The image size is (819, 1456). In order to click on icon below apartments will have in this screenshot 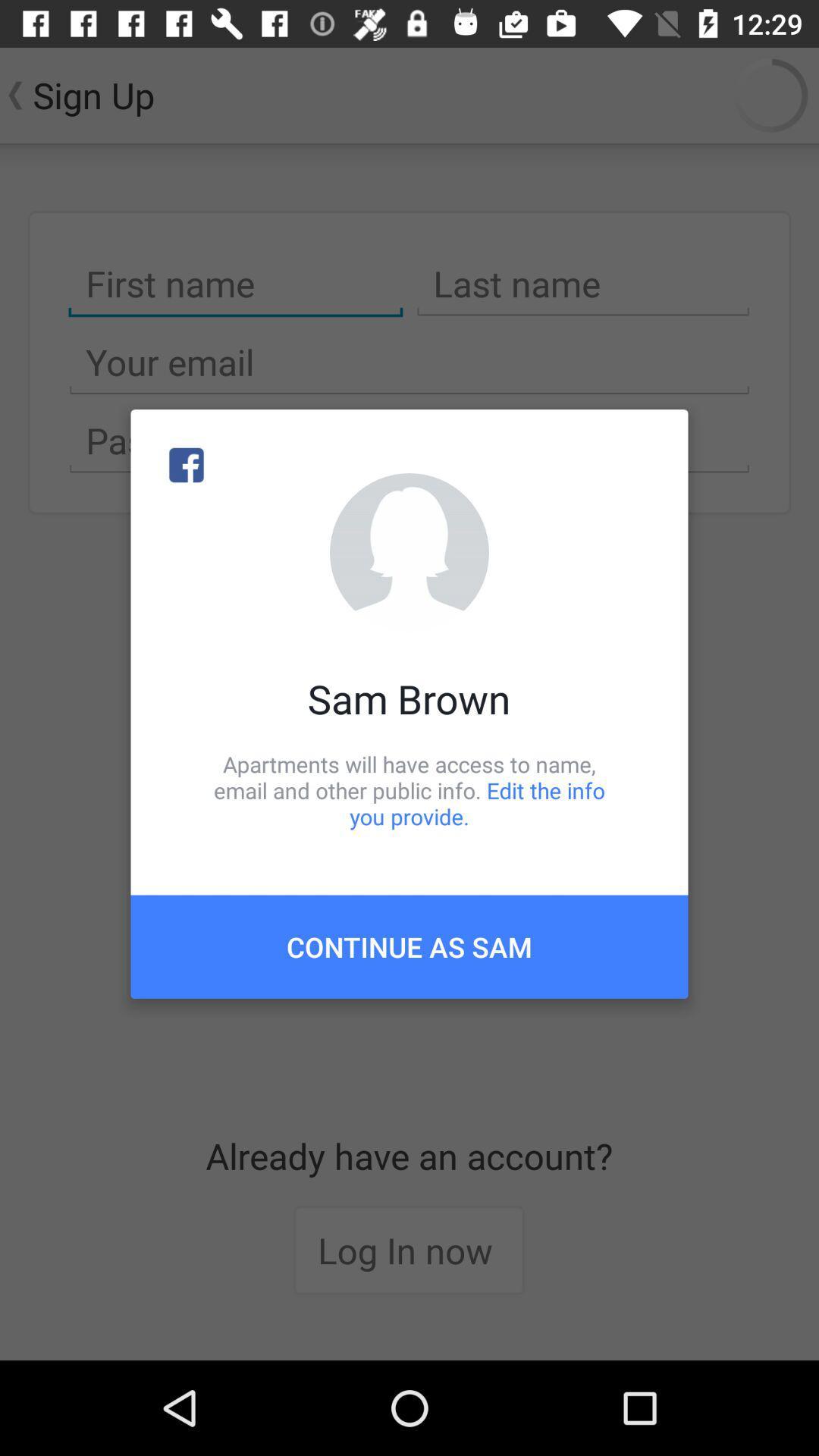, I will do `click(409, 946)`.